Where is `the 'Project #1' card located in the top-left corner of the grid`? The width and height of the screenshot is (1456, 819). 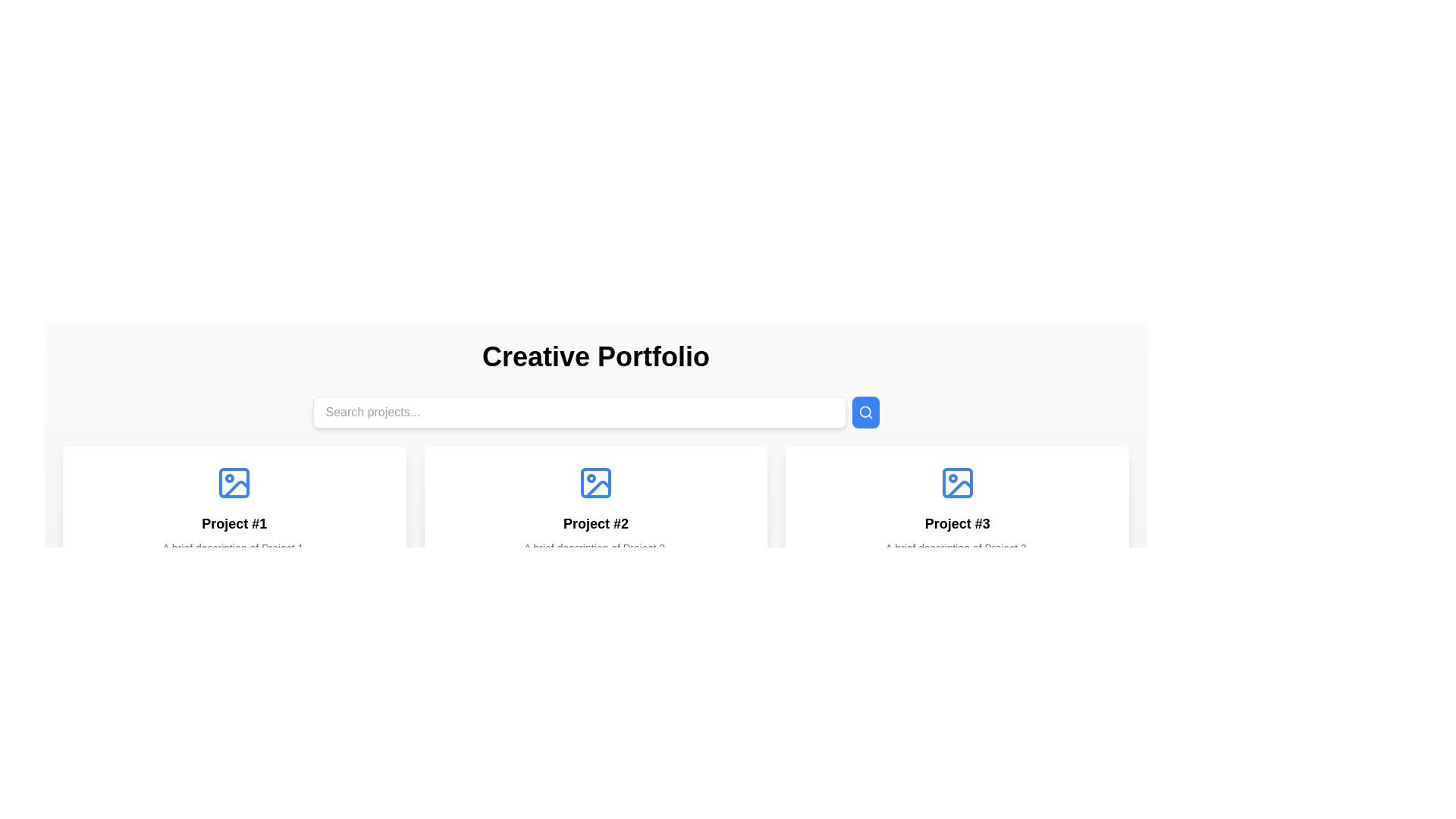
the 'Project #1' card located in the top-left corner of the grid is located at coordinates (234, 529).